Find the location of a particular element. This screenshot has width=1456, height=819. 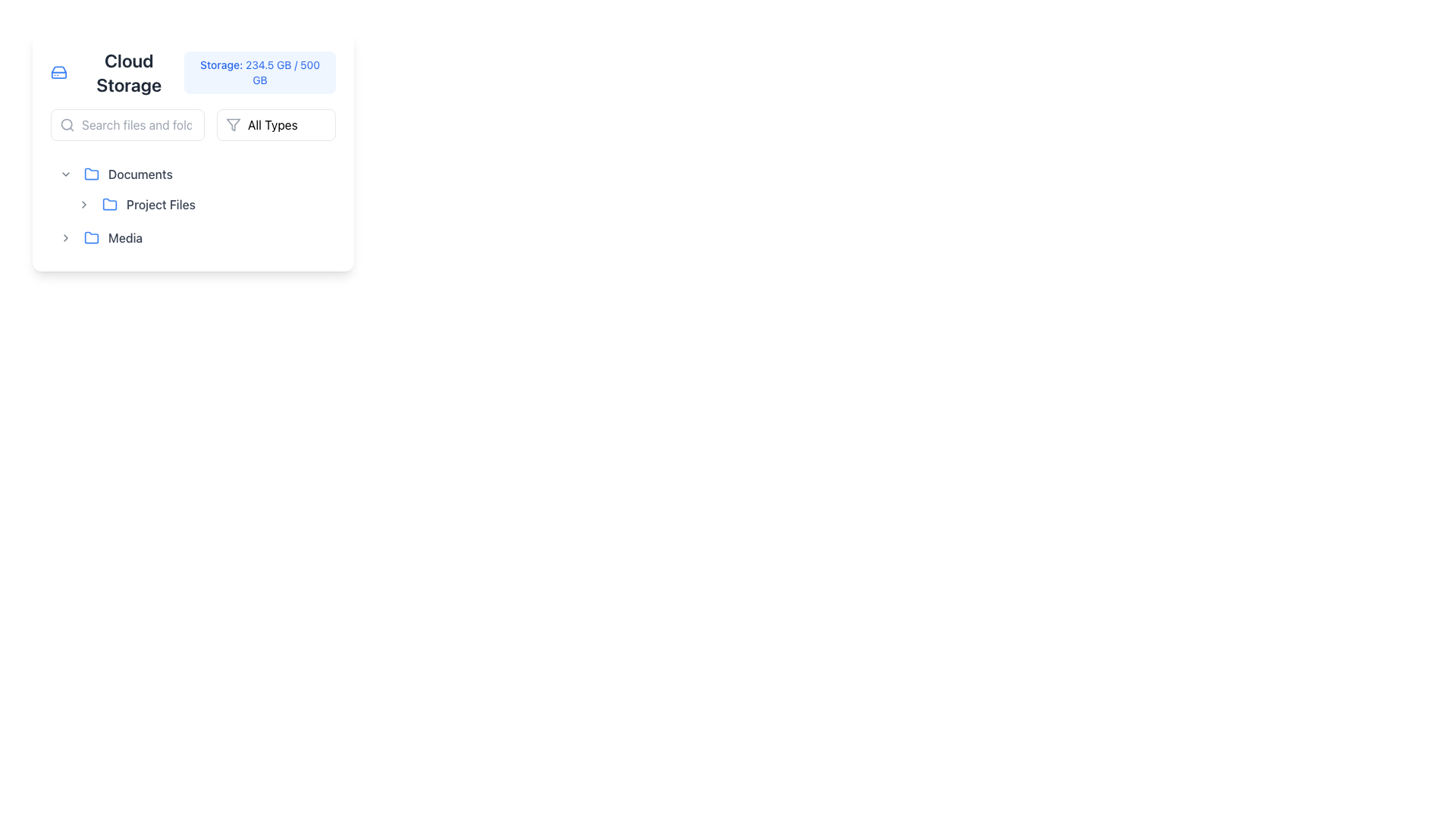

the static text display element that shows storage usage information, located near the top-left of the interface, next to the label 'Storage:' is located at coordinates (283, 72).